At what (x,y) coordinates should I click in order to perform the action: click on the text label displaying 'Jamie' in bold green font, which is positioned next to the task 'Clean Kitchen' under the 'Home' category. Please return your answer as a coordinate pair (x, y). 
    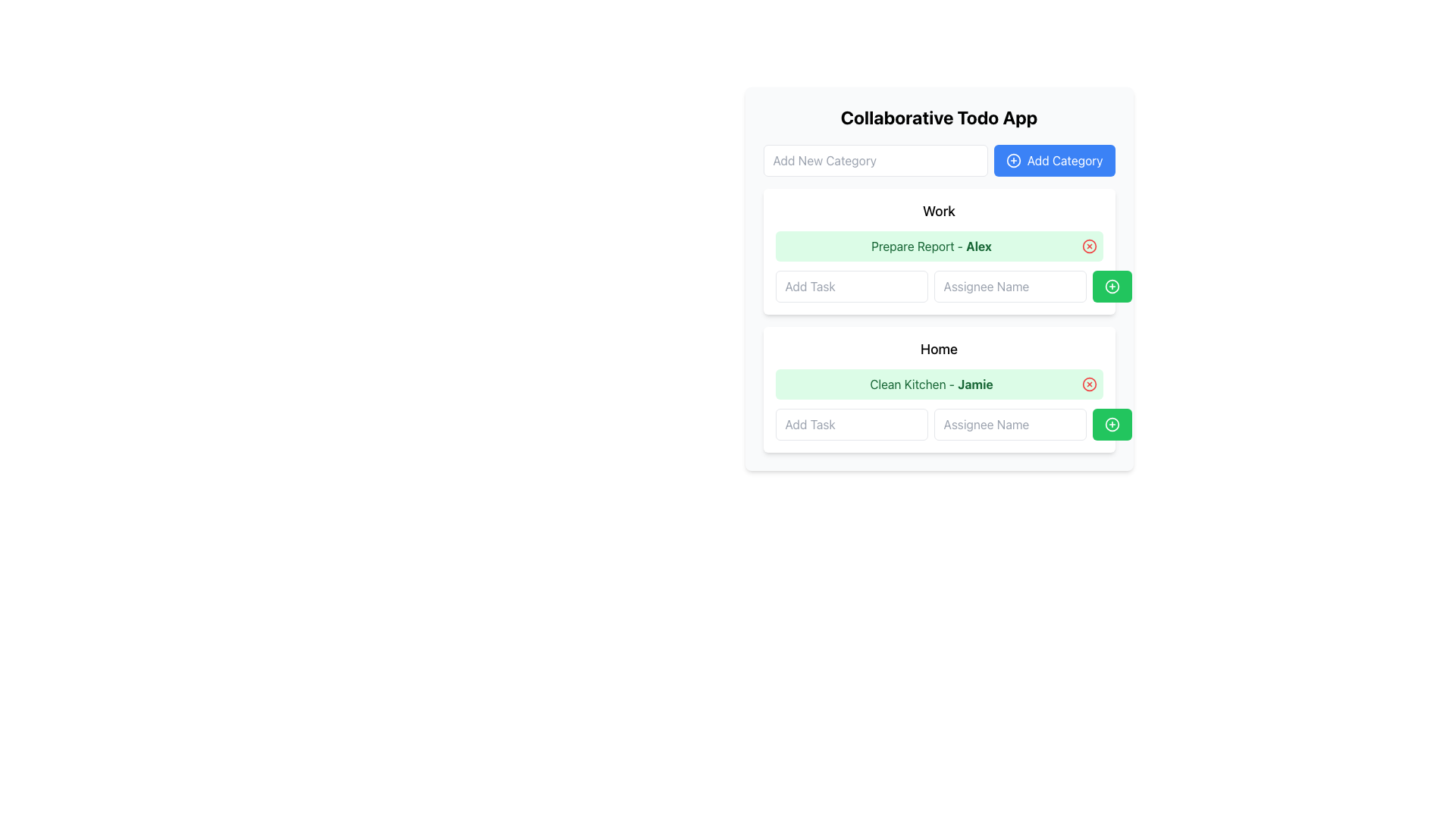
    Looking at the image, I should click on (975, 383).